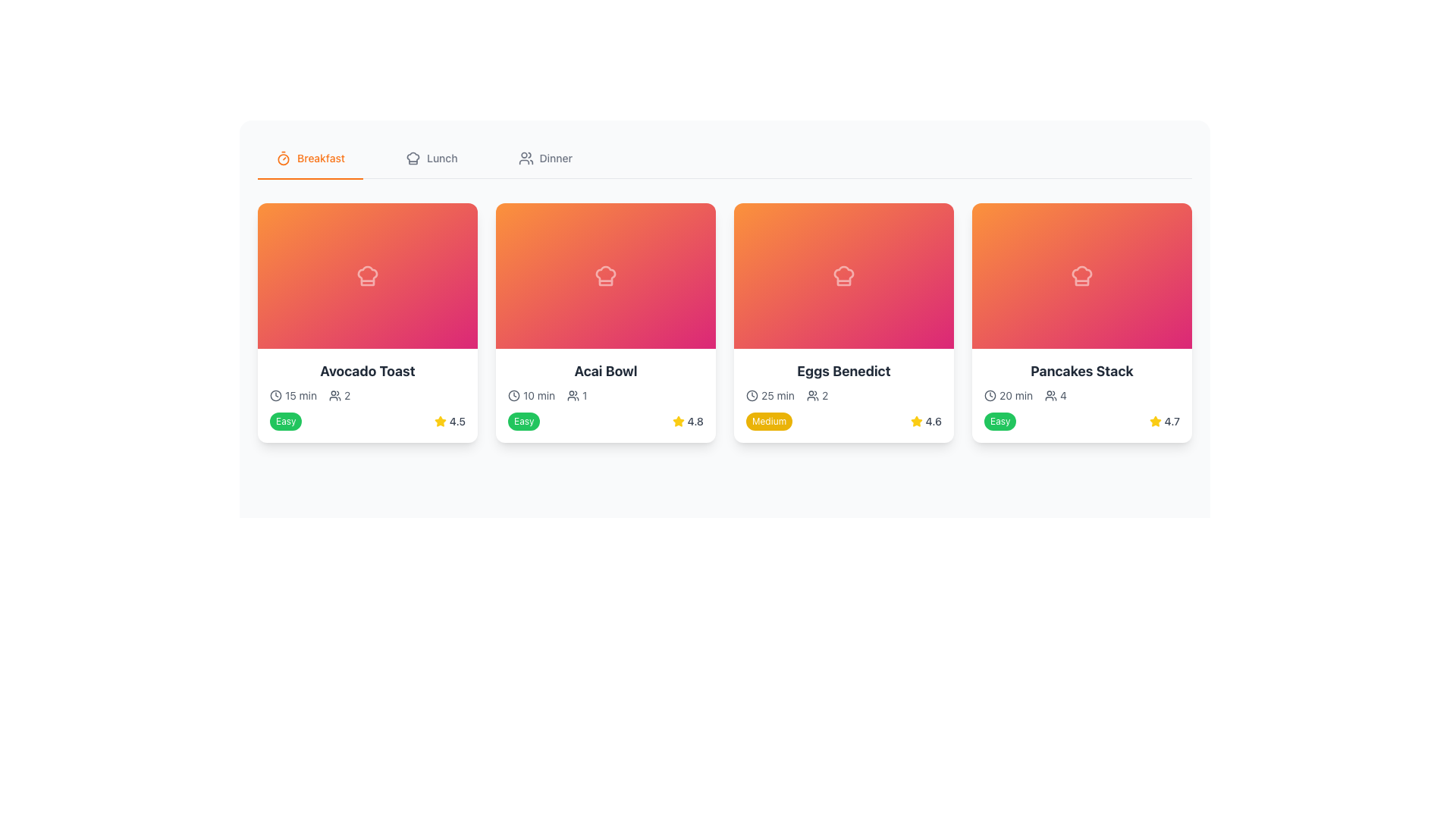  Describe the element at coordinates (695, 421) in the screenshot. I see `the text label displaying the rating '4.8' located in the lower right corner of the second recipe card for 'Acai Bowl', which is adjacent to a yellow star icon` at that location.